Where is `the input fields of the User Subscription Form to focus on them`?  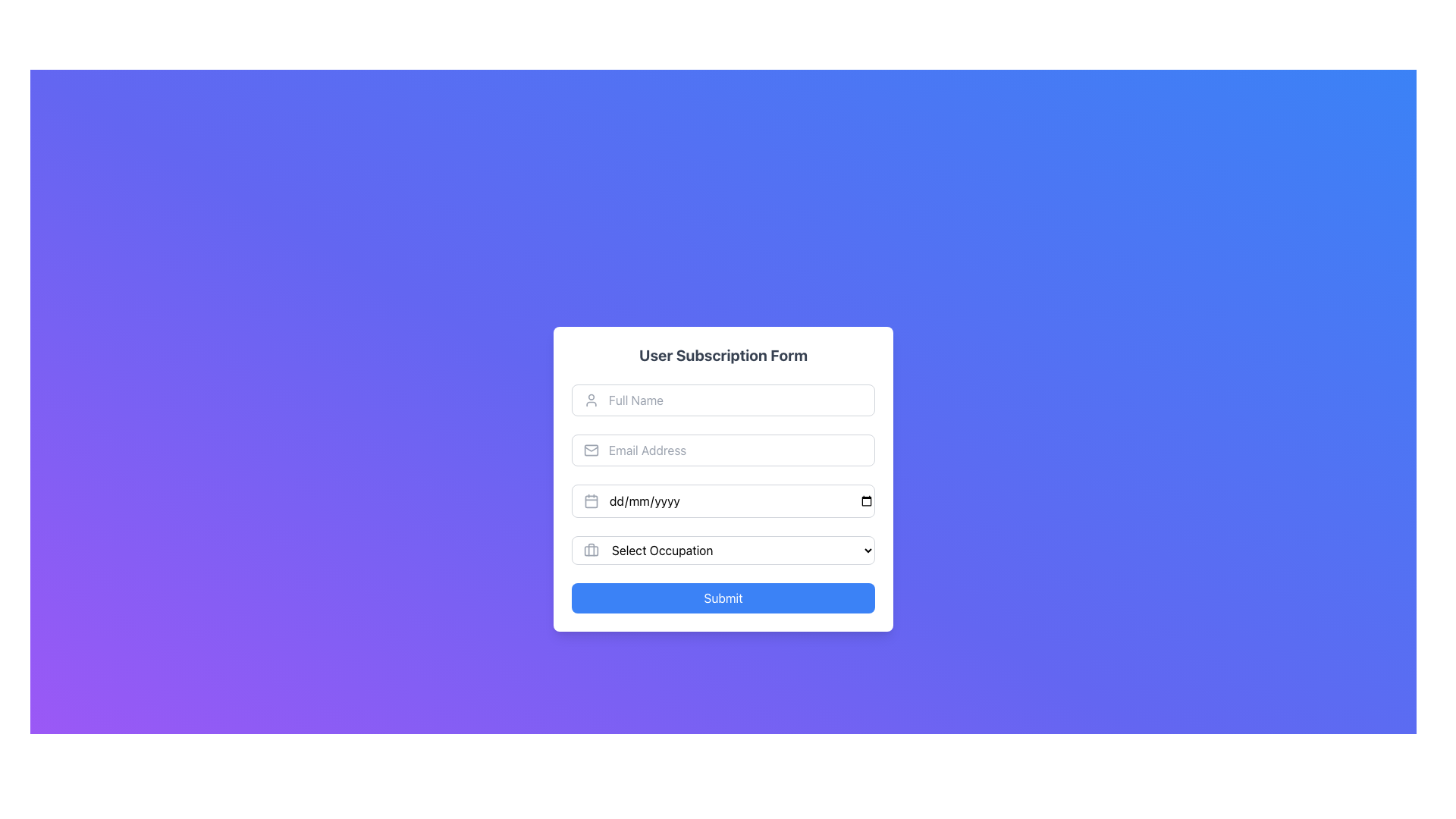 the input fields of the User Subscription Form to focus on them is located at coordinates (723, 479).